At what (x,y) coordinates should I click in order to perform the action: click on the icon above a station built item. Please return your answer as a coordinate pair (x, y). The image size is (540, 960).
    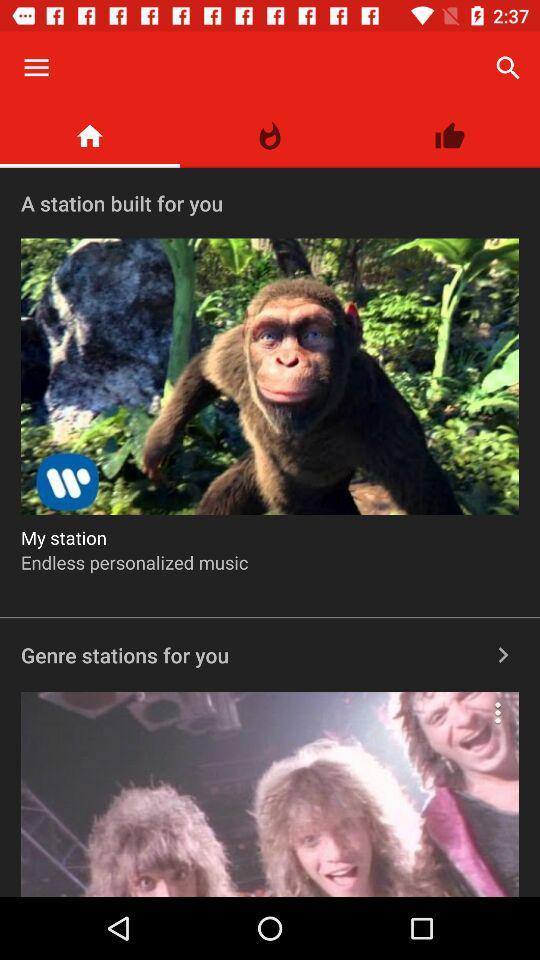
    Looking at the image, I should click on (449, 135).